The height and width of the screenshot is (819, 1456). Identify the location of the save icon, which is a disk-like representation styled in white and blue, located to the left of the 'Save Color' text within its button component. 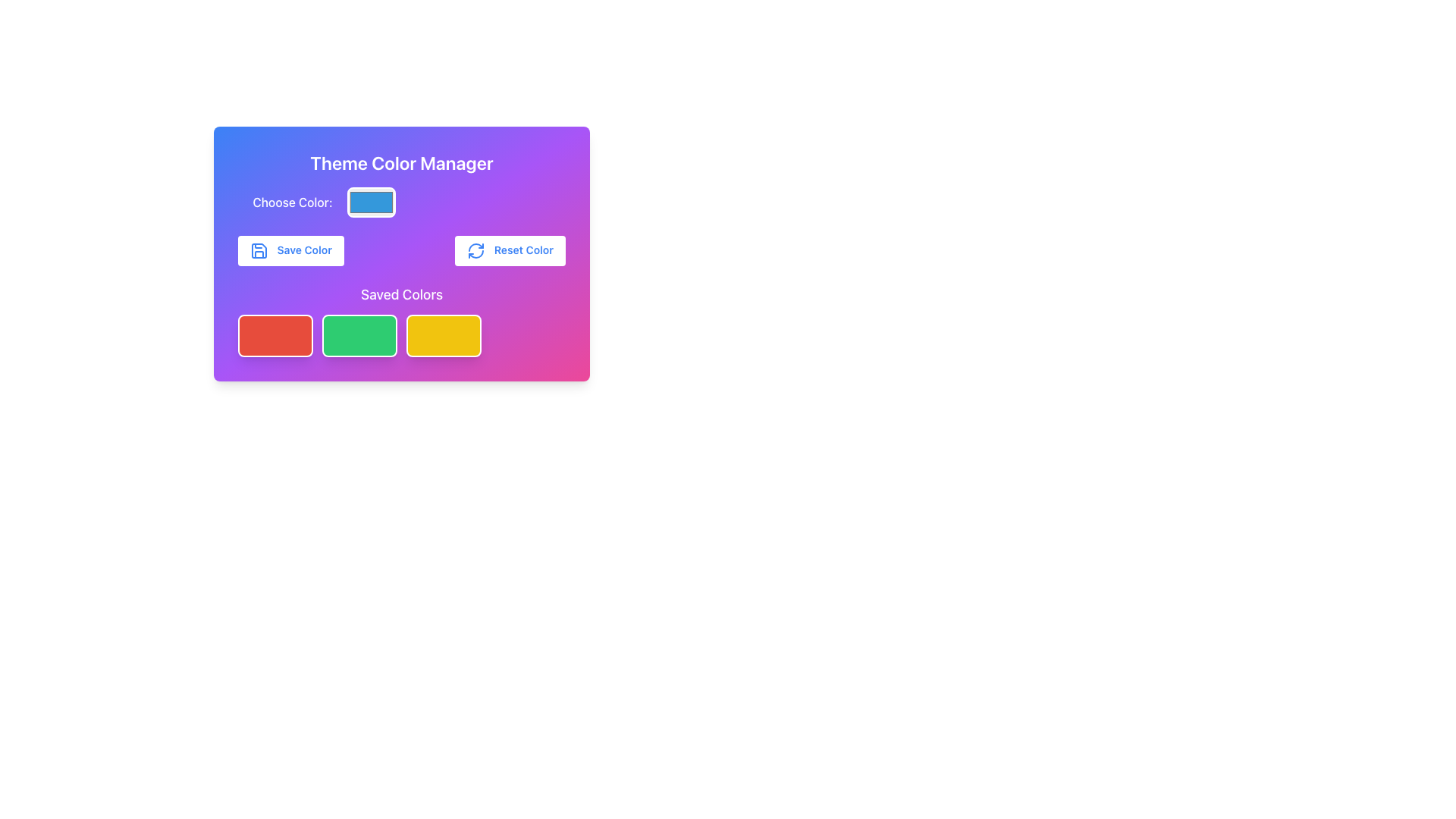
(259, 250).